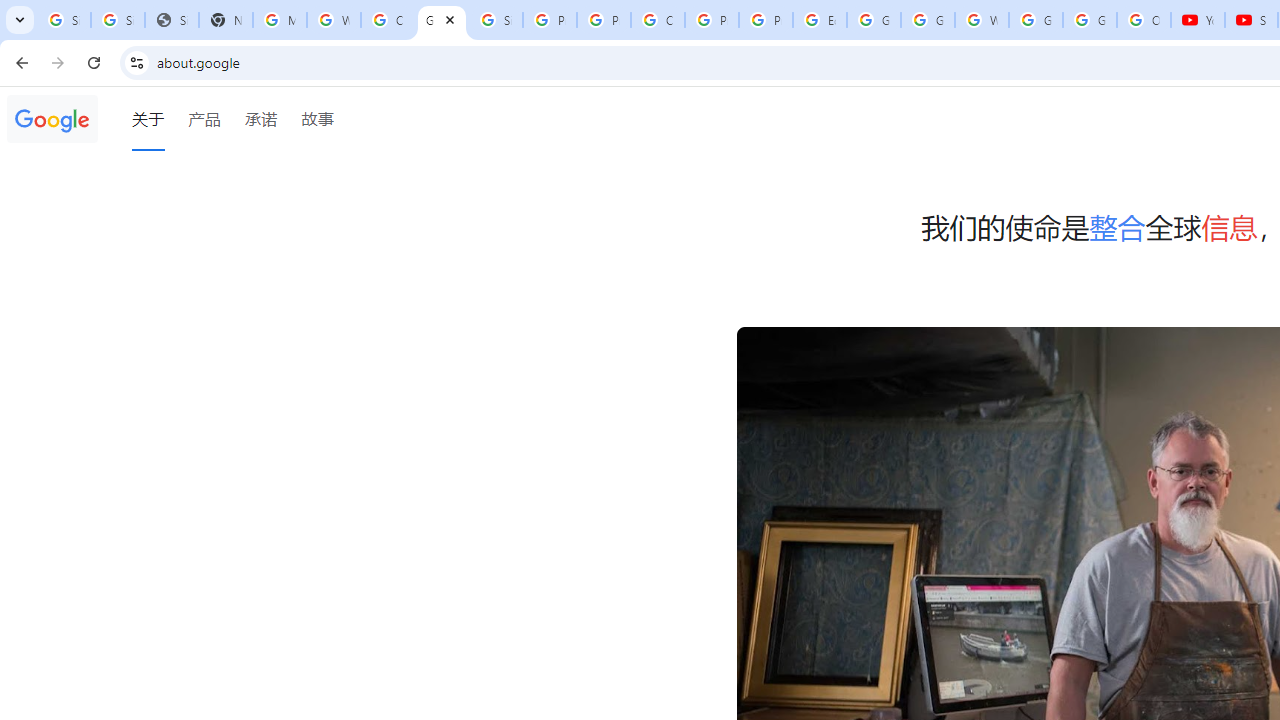  I want to click on 'Google', so click(52, 119).